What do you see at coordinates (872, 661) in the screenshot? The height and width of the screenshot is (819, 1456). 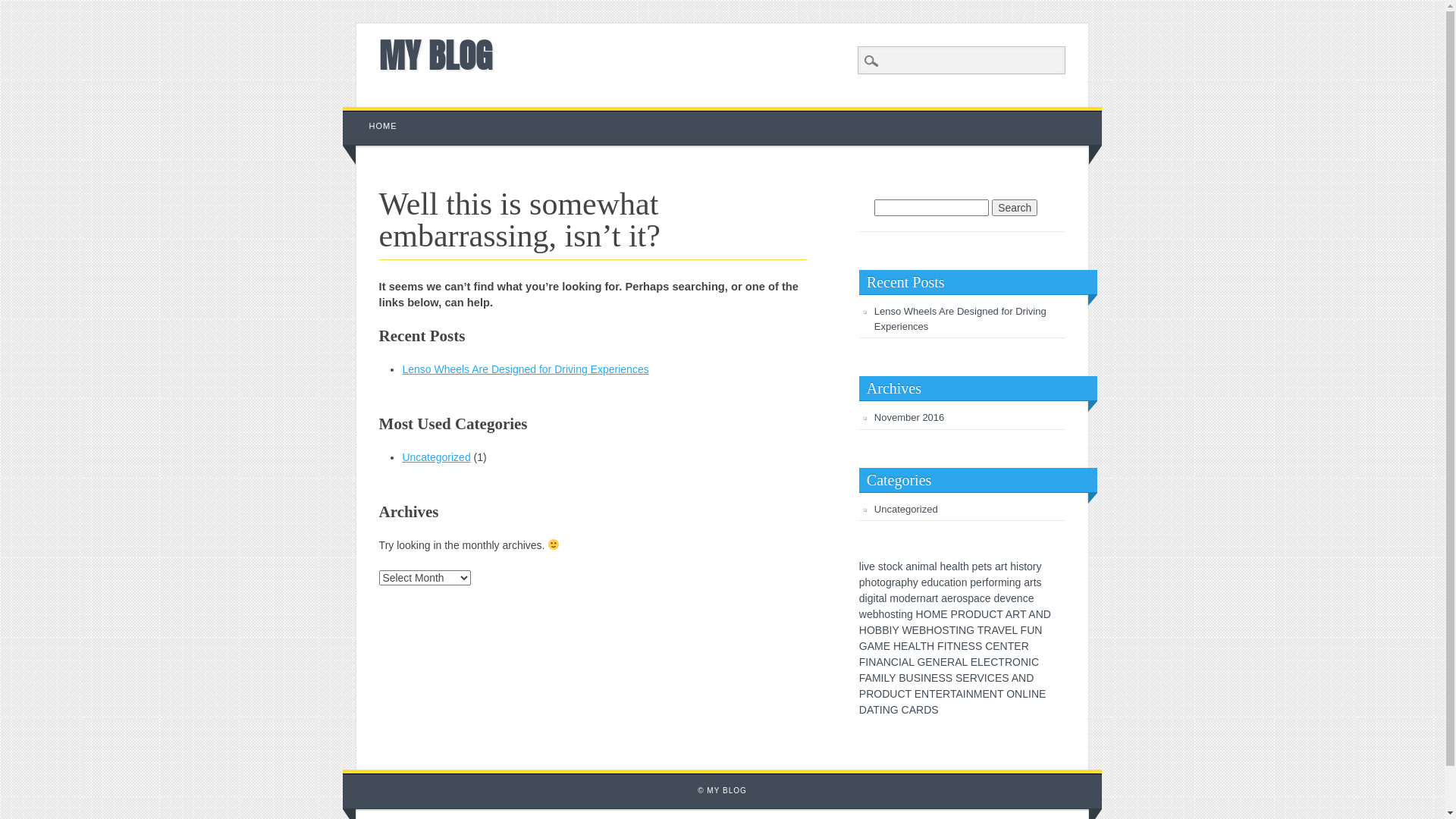 I see `'N'` at bounding box center [872, 661].